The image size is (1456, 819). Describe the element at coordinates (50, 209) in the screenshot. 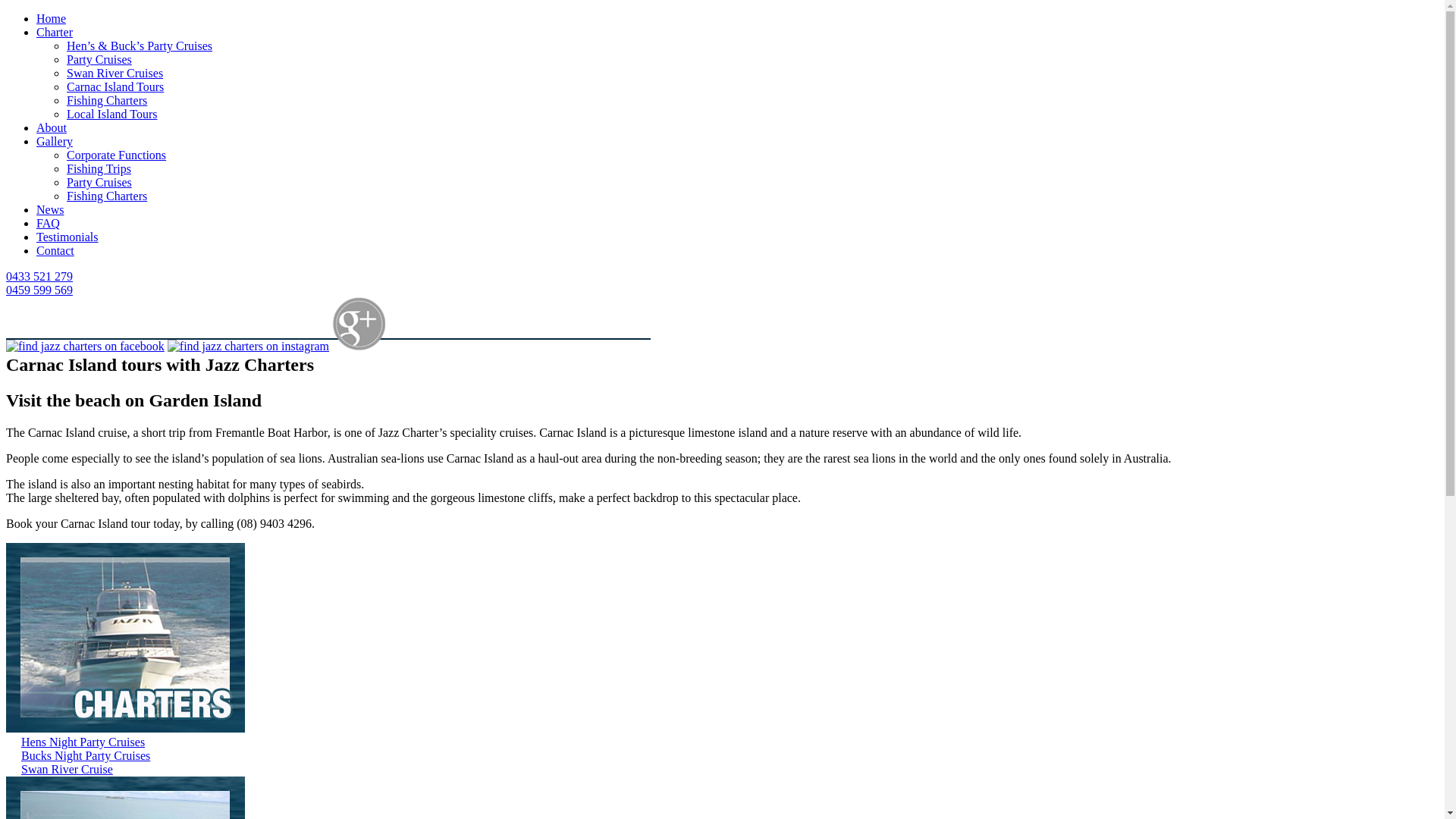

I see `'News'` at that location.